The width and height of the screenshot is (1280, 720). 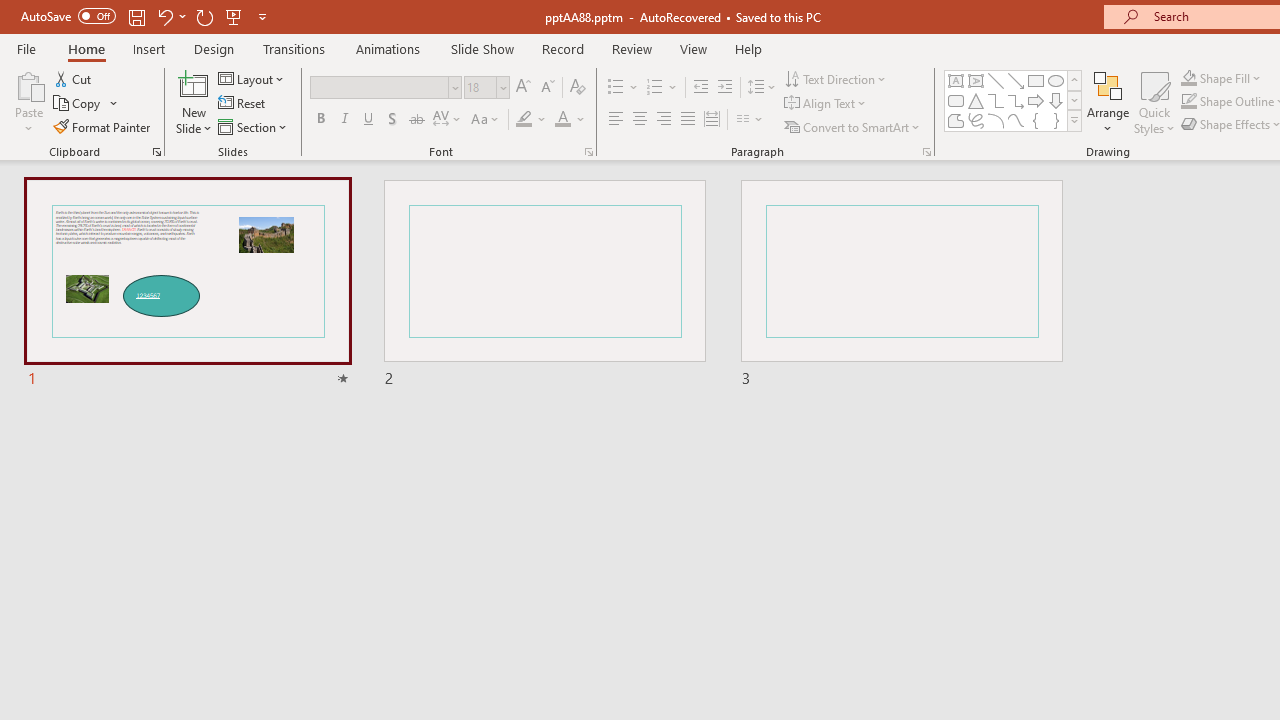 What do you see at coordinates (576, 86) in the screenshot?
I see `'Clear Formatting'` at bounding box center [576, 86].